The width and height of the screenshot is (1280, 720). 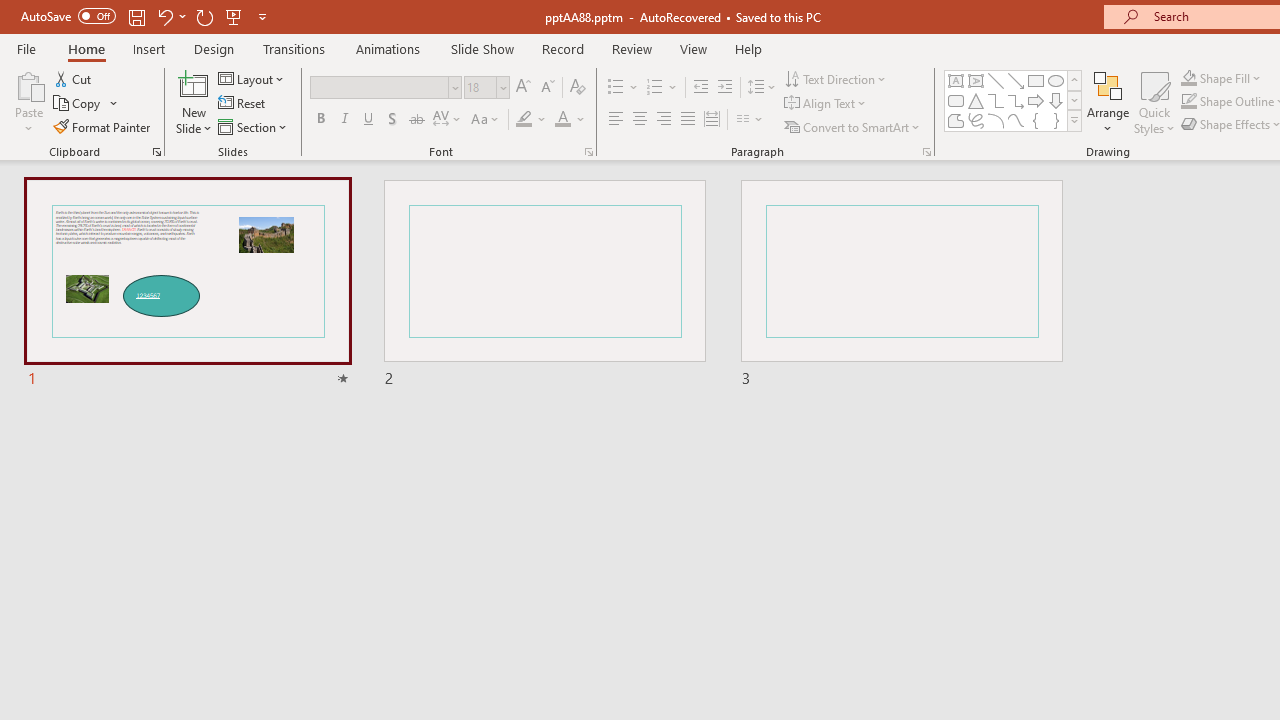 What do you see at coordinates (576, 86) in the screenshot?
I see `'Clear Formatting'` at bounding box center [576, 86].